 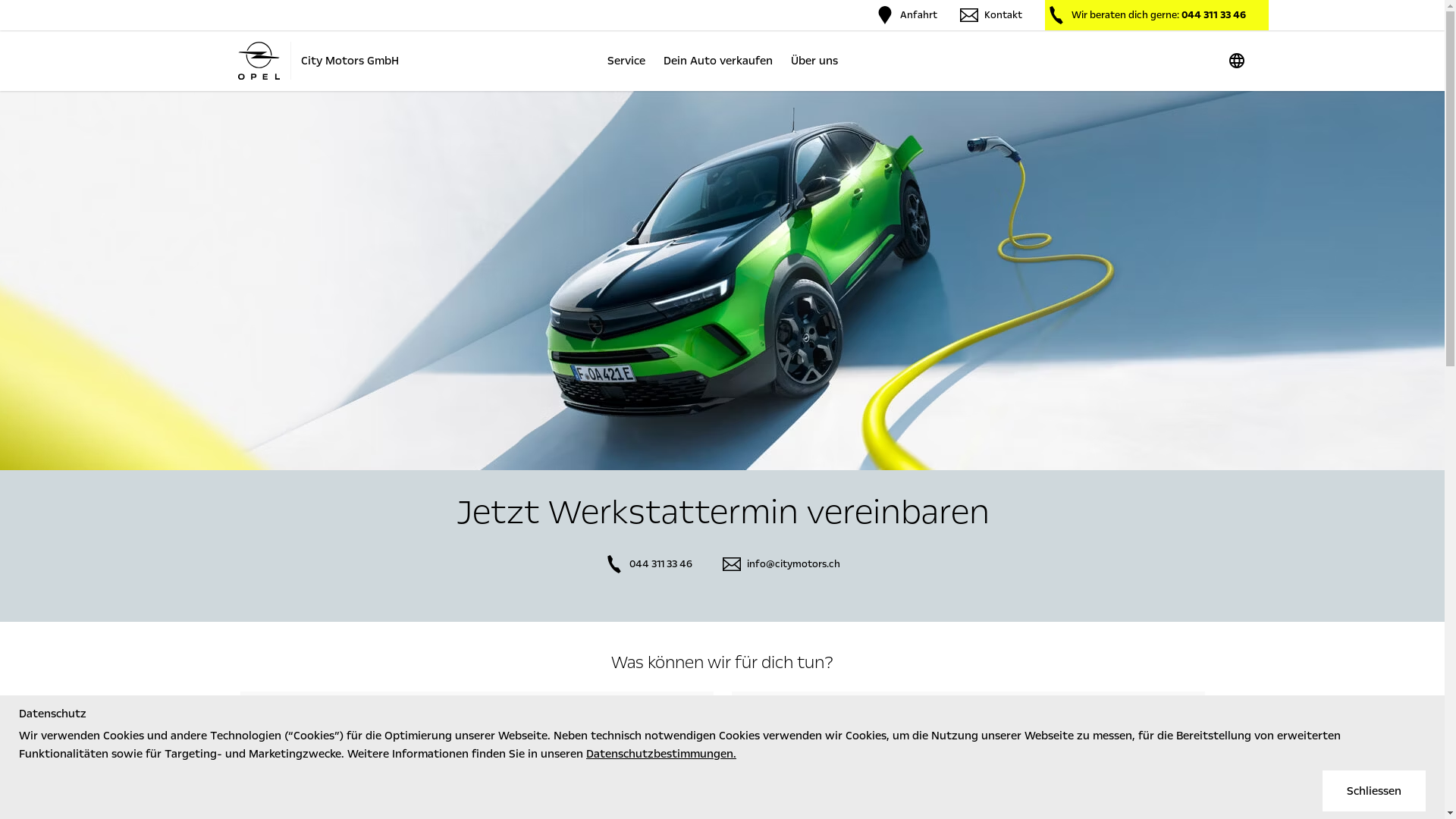 What do you see at coordinates (1043, 14) in the screenshot?
I see `'Wir beraten dich gerne:` at bounding box center [1043, 14].